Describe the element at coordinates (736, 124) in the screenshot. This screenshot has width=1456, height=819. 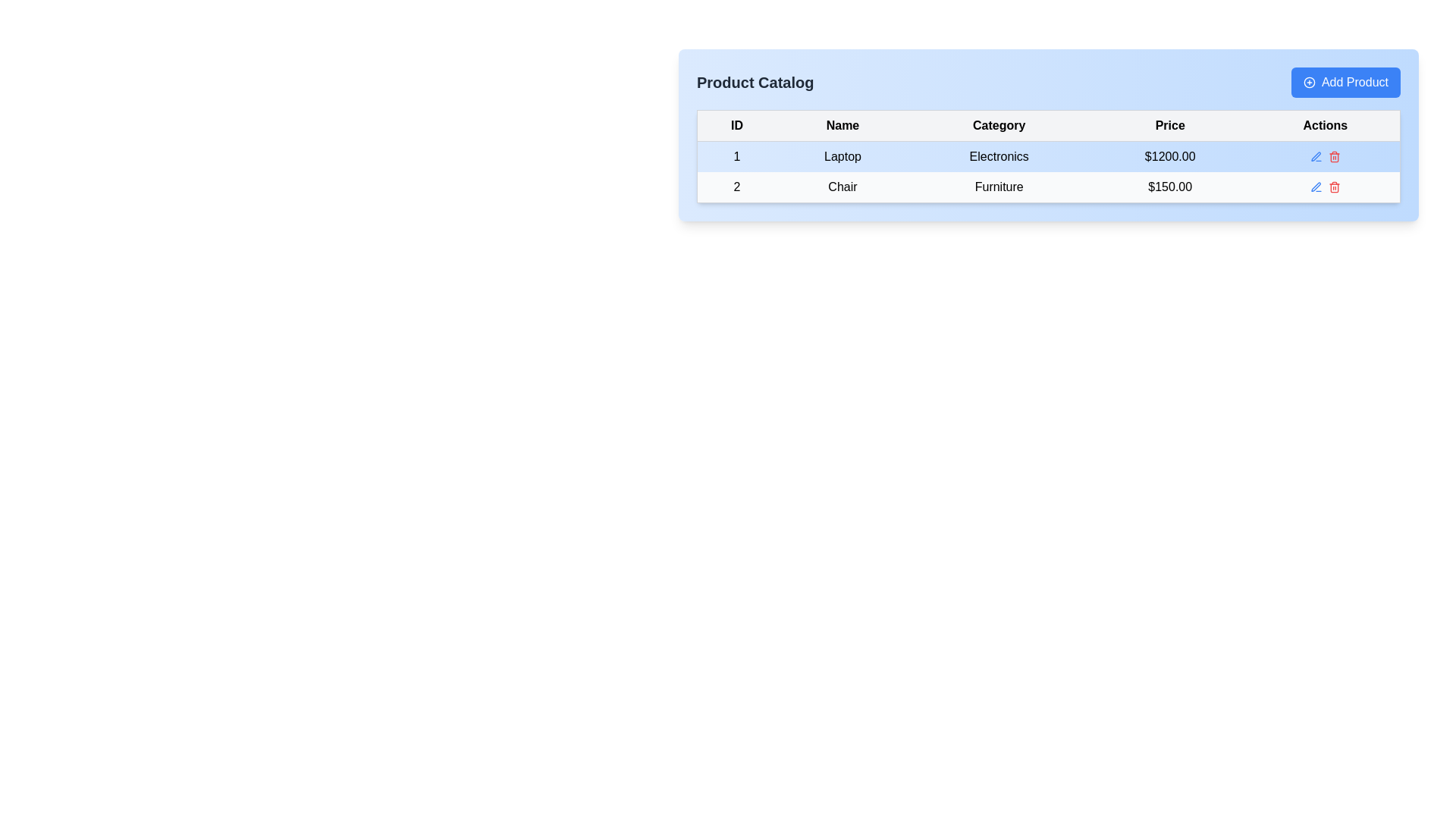
I see `the 'ID' Table Header Cell, which is the first header in the table's header row, styled in bold text and centrally aligned` at that location.